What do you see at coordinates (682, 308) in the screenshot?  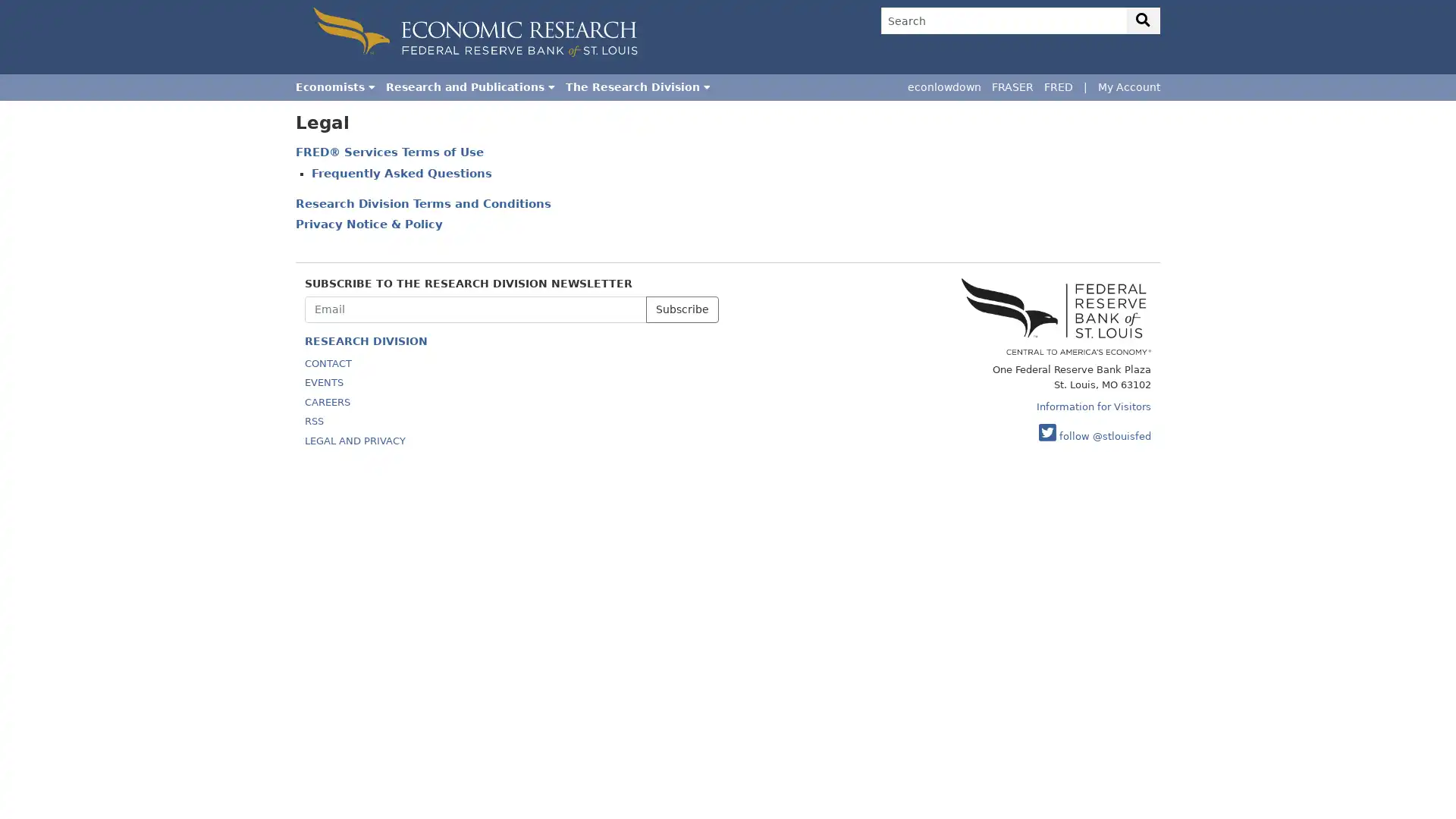 I see `Subscribe` at bounding box center [682, 308].